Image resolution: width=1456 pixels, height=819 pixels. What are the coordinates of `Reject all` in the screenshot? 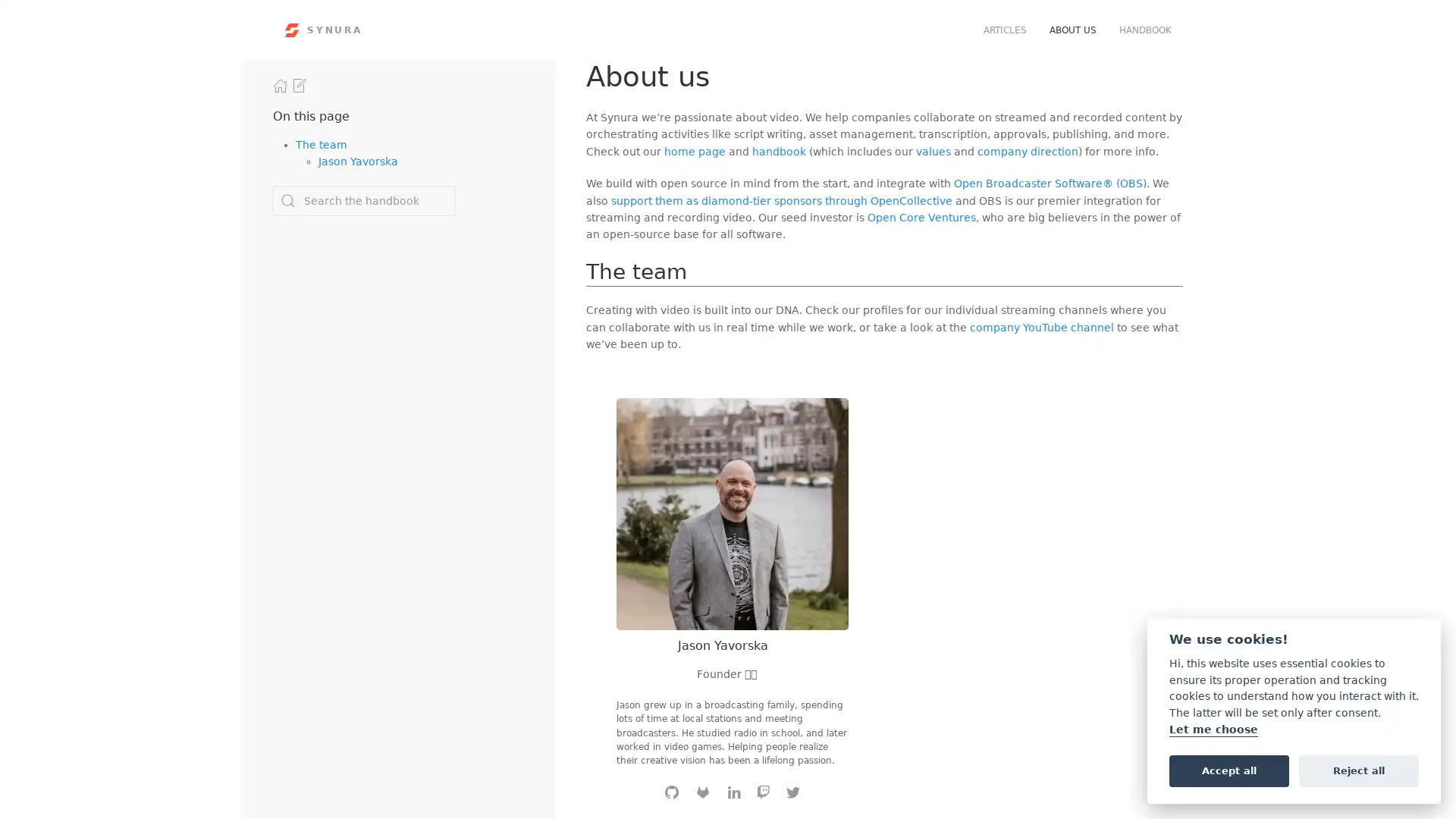 It's located at (1358, 770).